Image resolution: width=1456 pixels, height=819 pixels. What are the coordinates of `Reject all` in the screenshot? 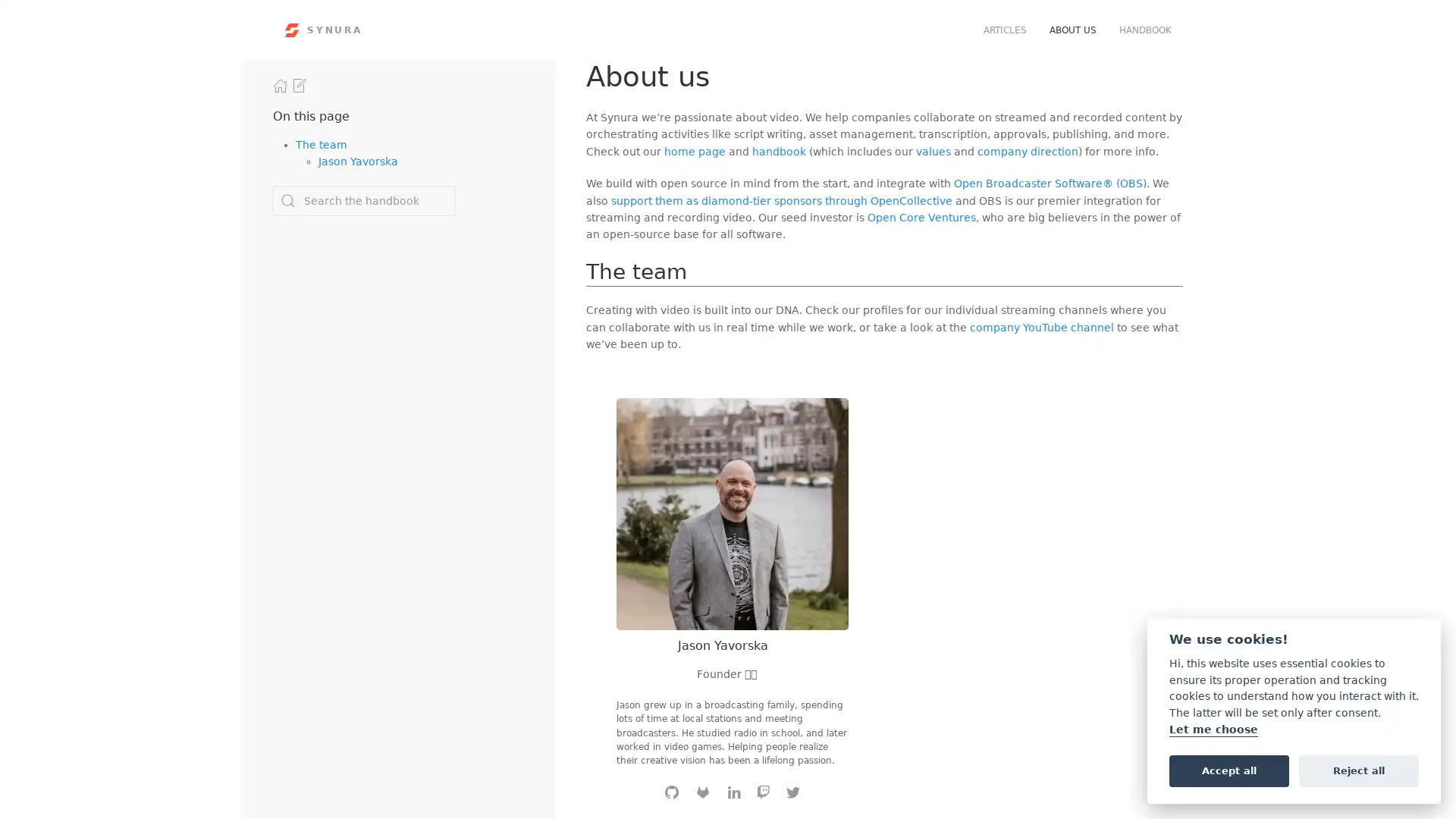 It's located at (1358, 770).